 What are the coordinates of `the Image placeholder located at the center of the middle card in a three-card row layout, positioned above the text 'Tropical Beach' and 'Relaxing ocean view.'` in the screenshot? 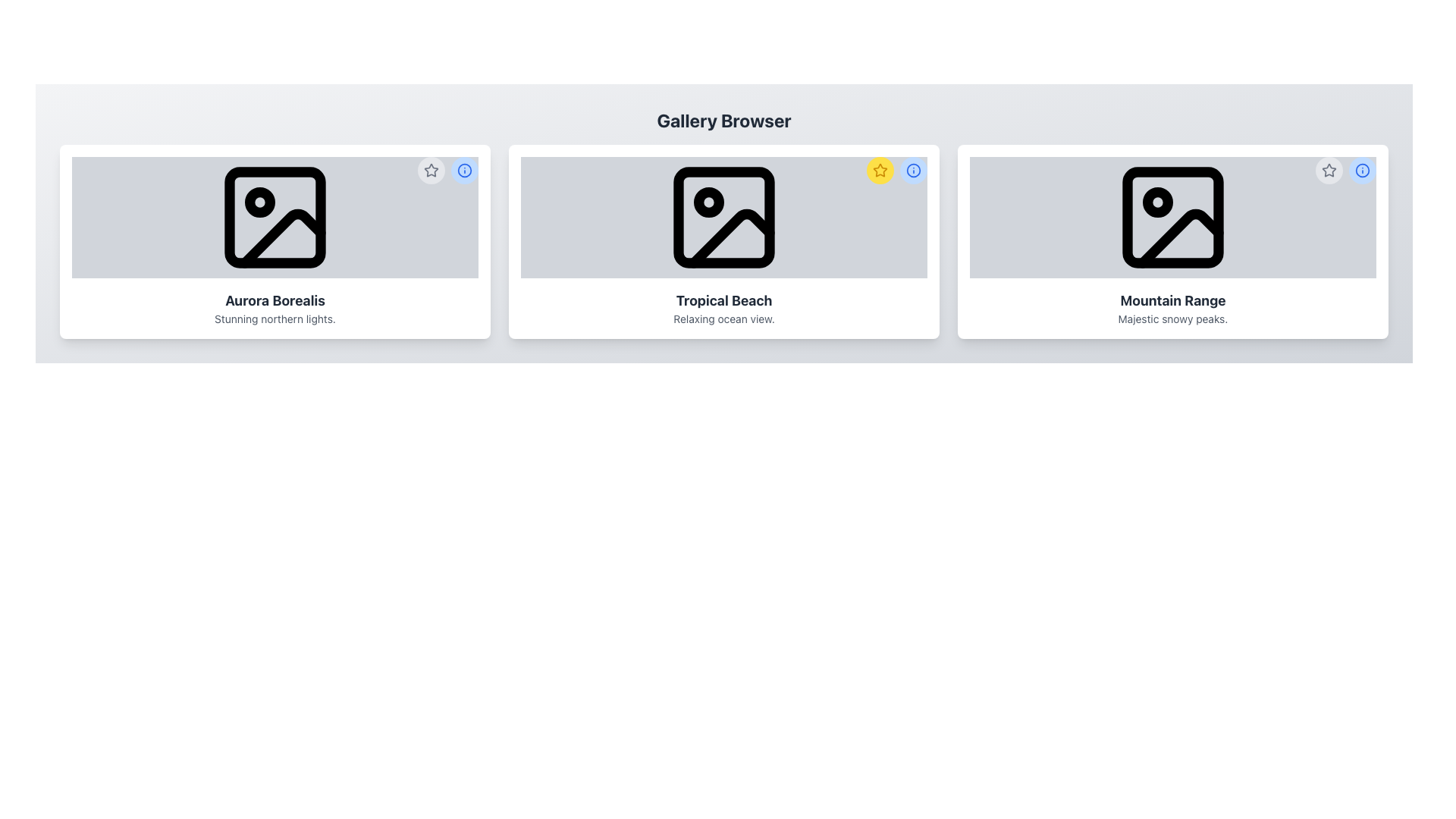 It's located at (723, 217).